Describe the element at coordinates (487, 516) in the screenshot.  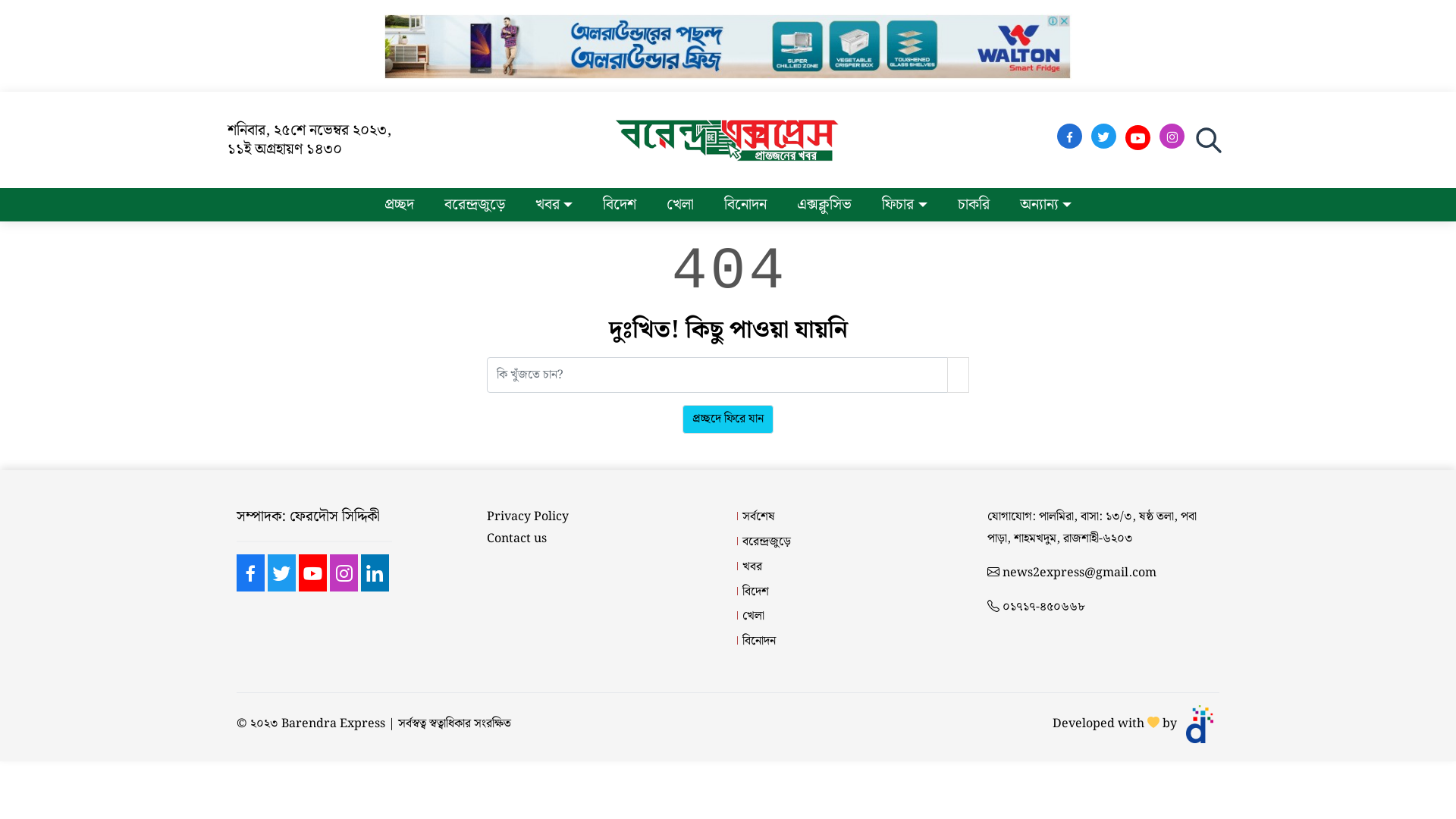
I see `'Privacy Policy'` at that location.